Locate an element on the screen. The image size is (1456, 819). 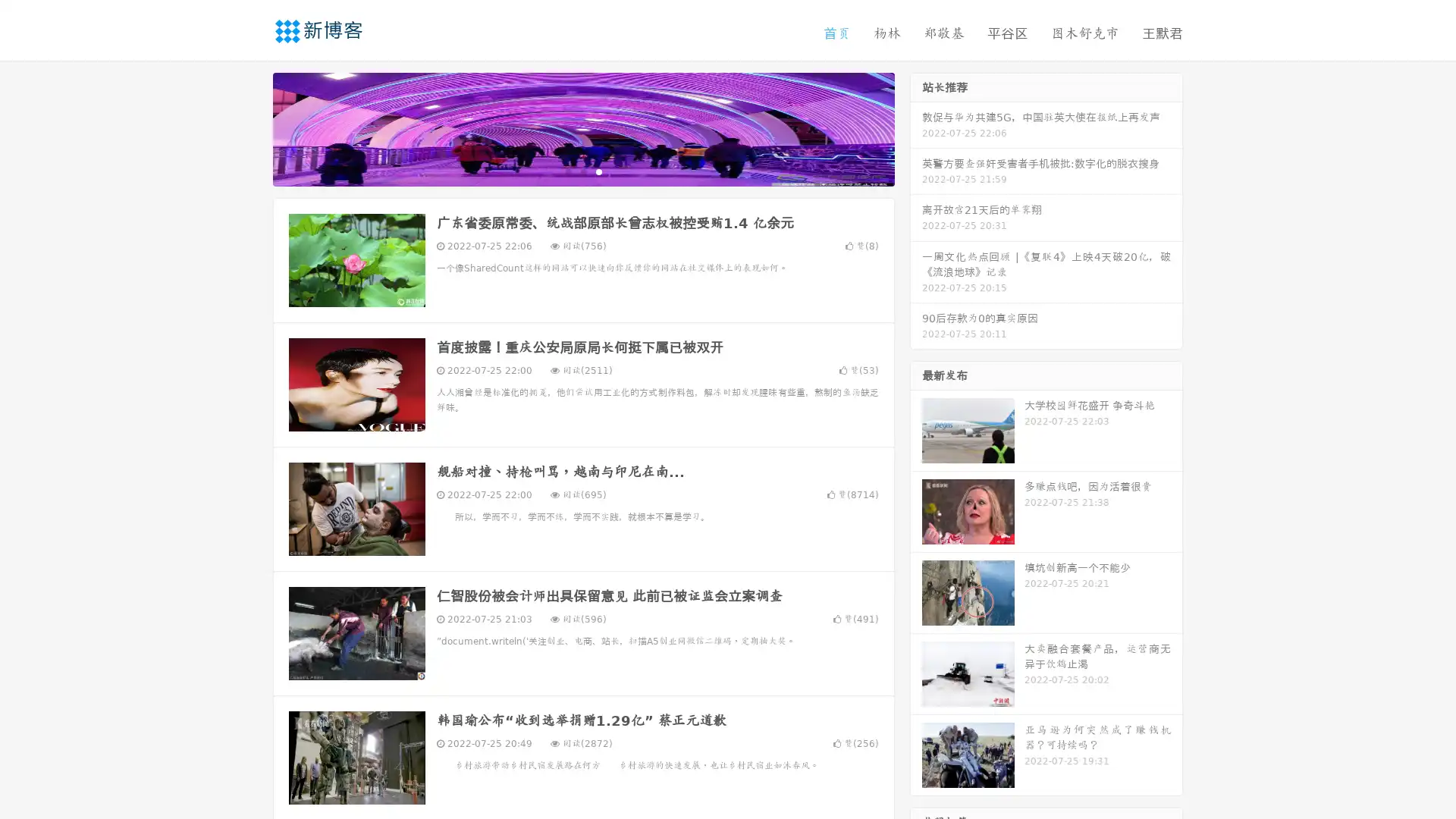
Previous slide is located at coordinates (250, 127).